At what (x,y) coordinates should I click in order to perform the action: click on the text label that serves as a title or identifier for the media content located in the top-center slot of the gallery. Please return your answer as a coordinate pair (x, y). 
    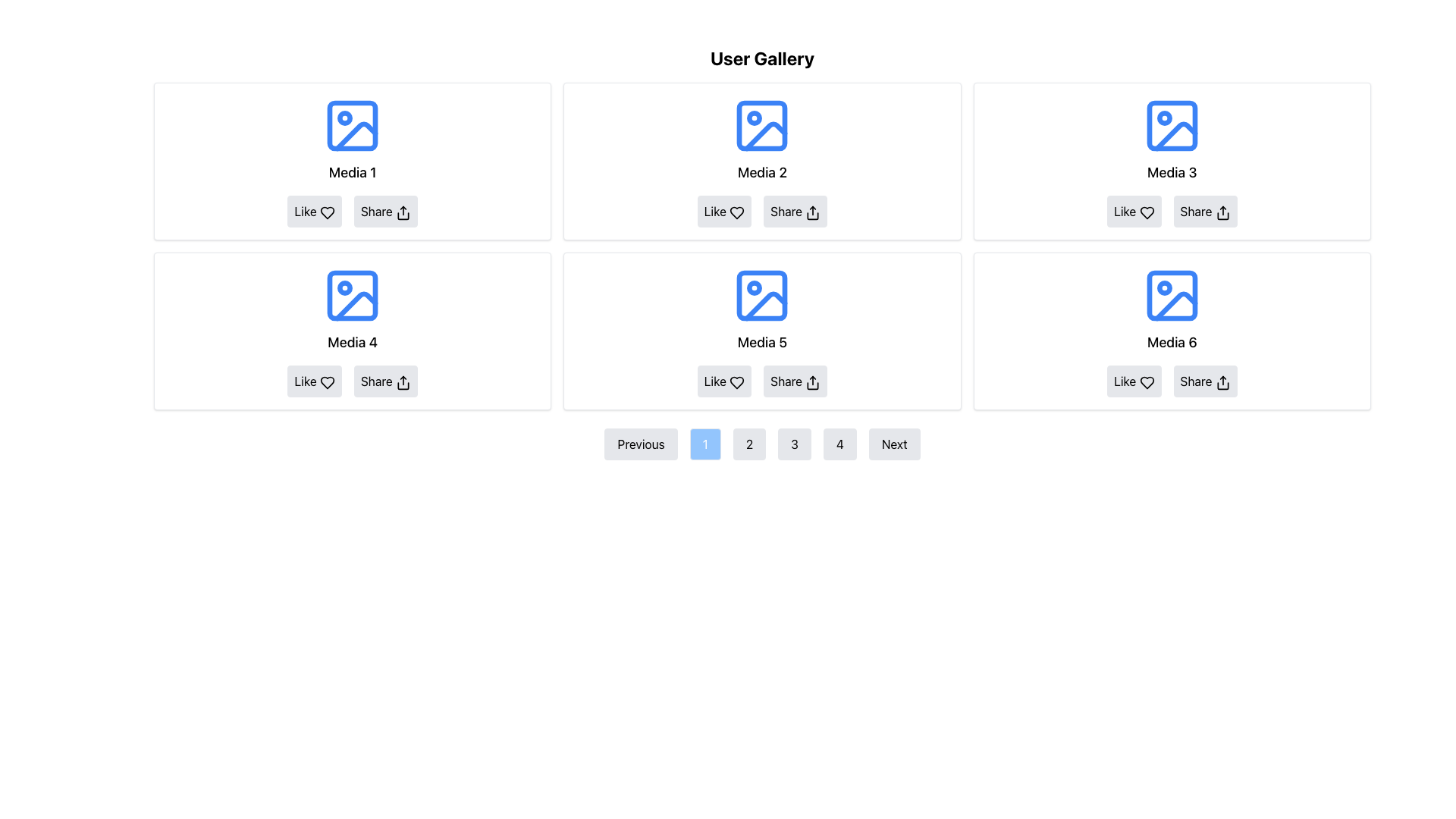
    Looking at the image, I should click on (762, 171).